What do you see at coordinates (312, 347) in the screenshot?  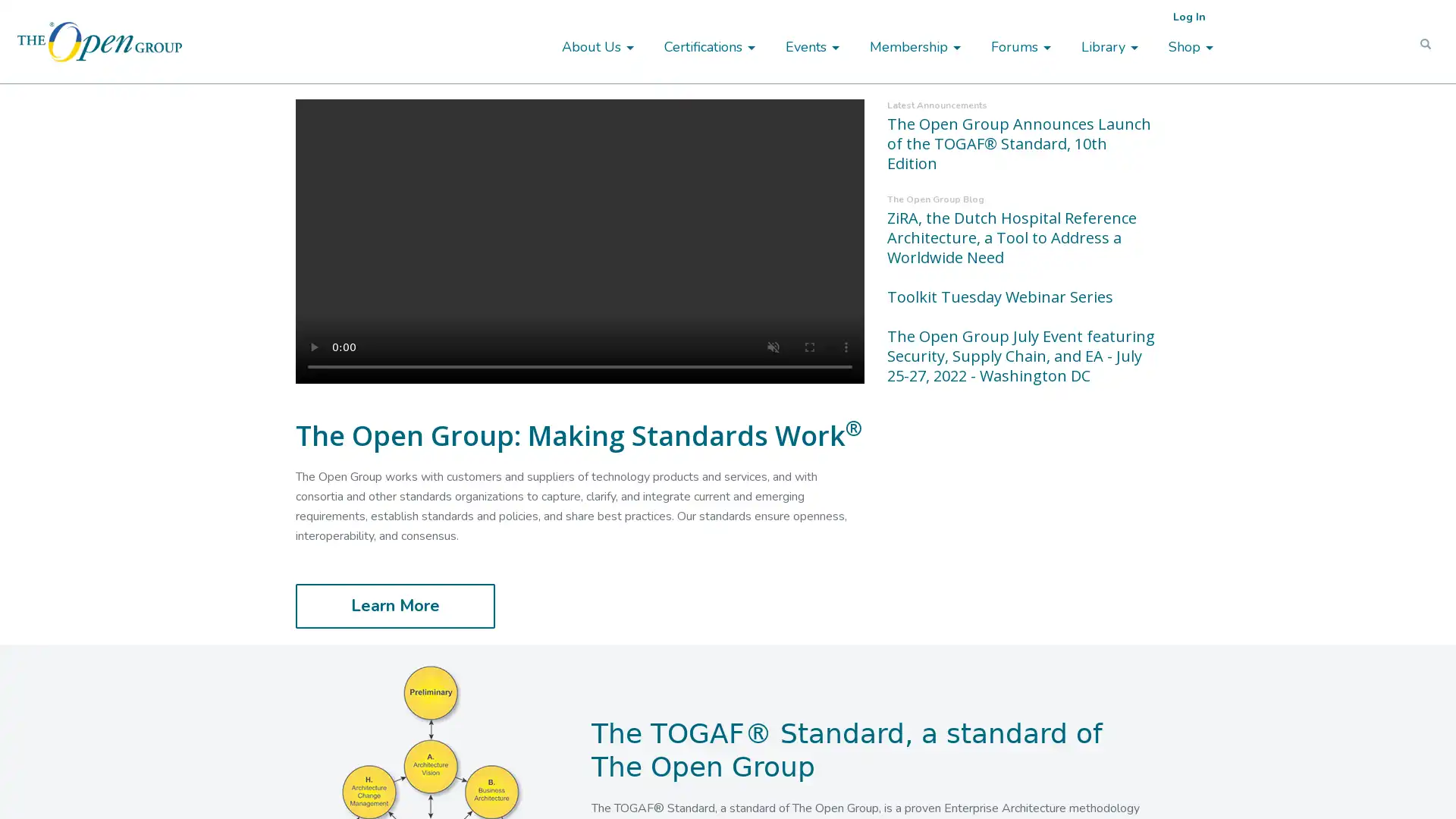 I see `play` at bounding box center [312, 347].